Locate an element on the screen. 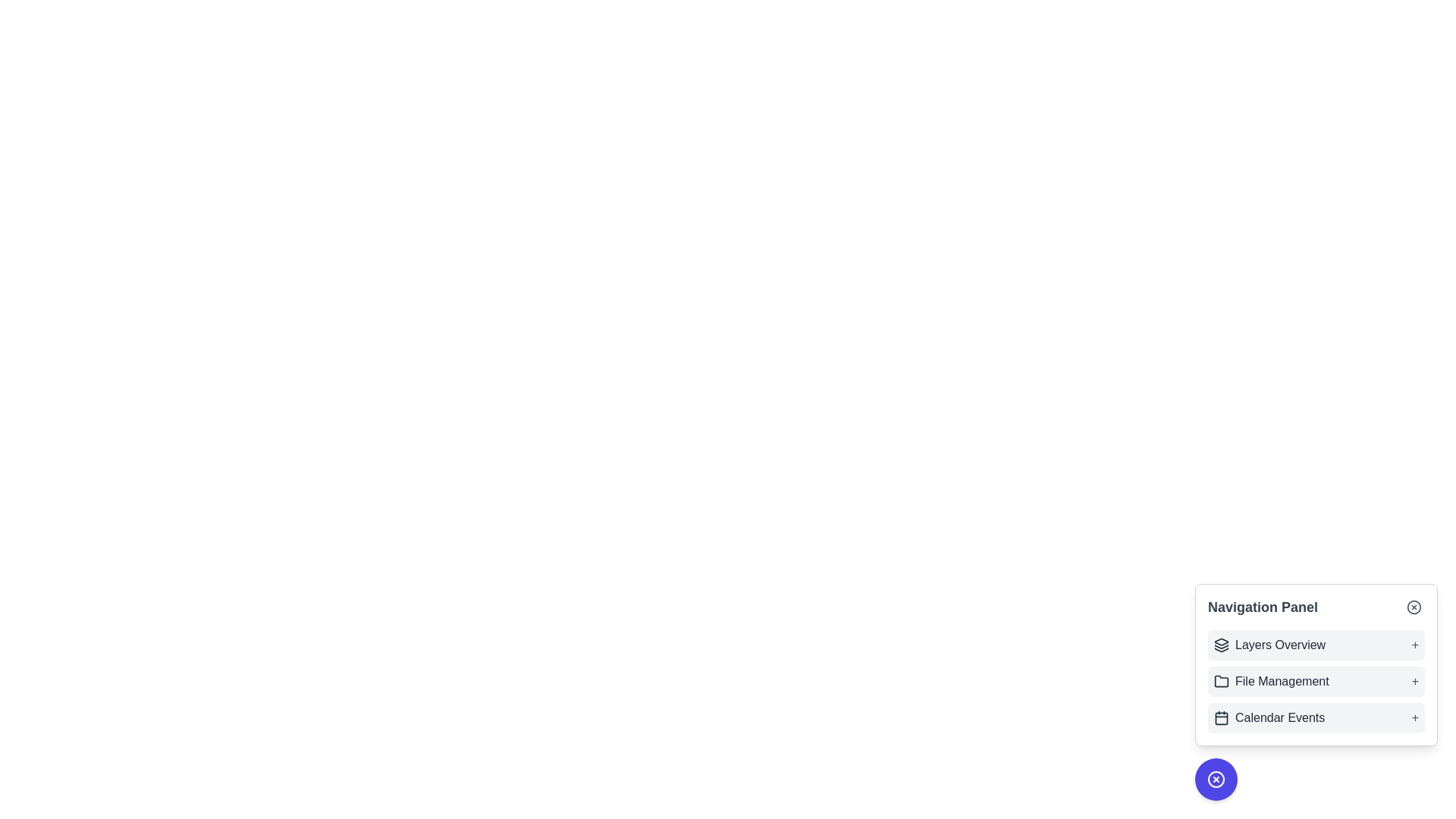 This screenshot has width=1456, height=819. the circular vector element by clicking on the center of the icon it is a part of, located beneath the 'Navigation Panel' is located at coordinates (1216, 780).